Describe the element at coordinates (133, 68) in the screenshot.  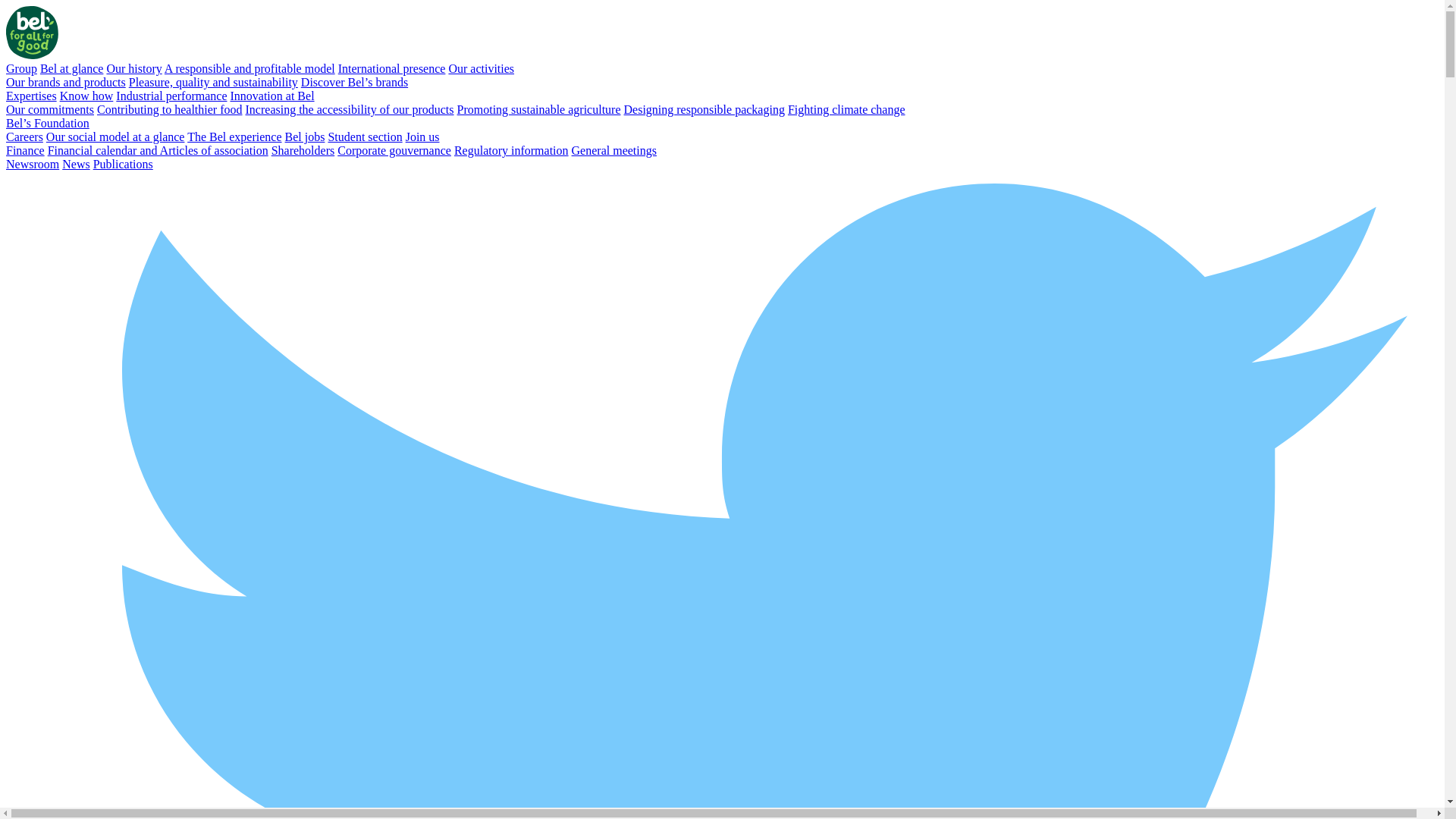
I see `'Our history'` at that location.